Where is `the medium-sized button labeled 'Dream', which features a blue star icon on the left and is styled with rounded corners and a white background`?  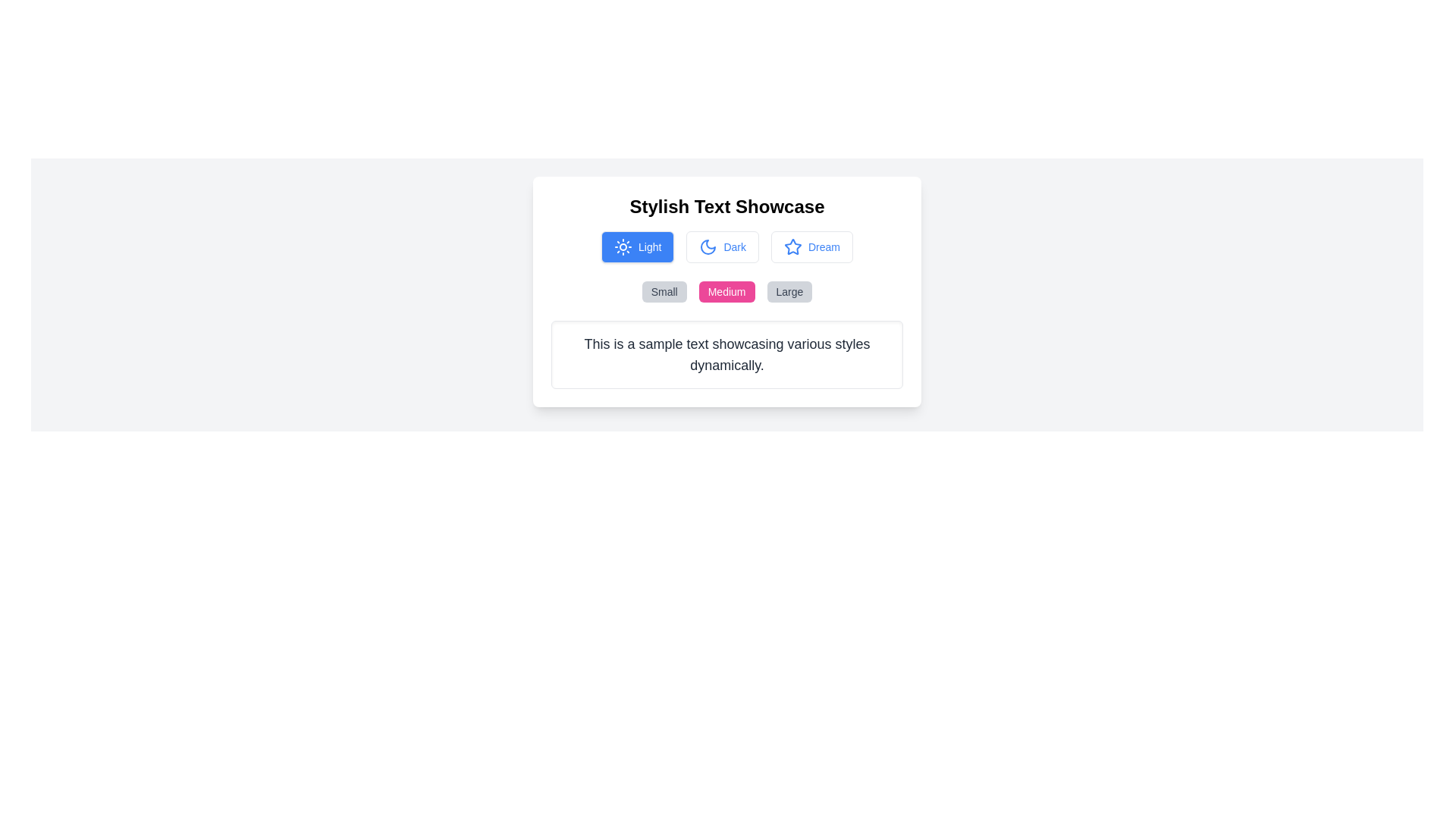
the medium-sized button labeled 'Dream', which features a blue star icon on the left and is styled with rounded corners and a white background is located at coordinates (811, 246).